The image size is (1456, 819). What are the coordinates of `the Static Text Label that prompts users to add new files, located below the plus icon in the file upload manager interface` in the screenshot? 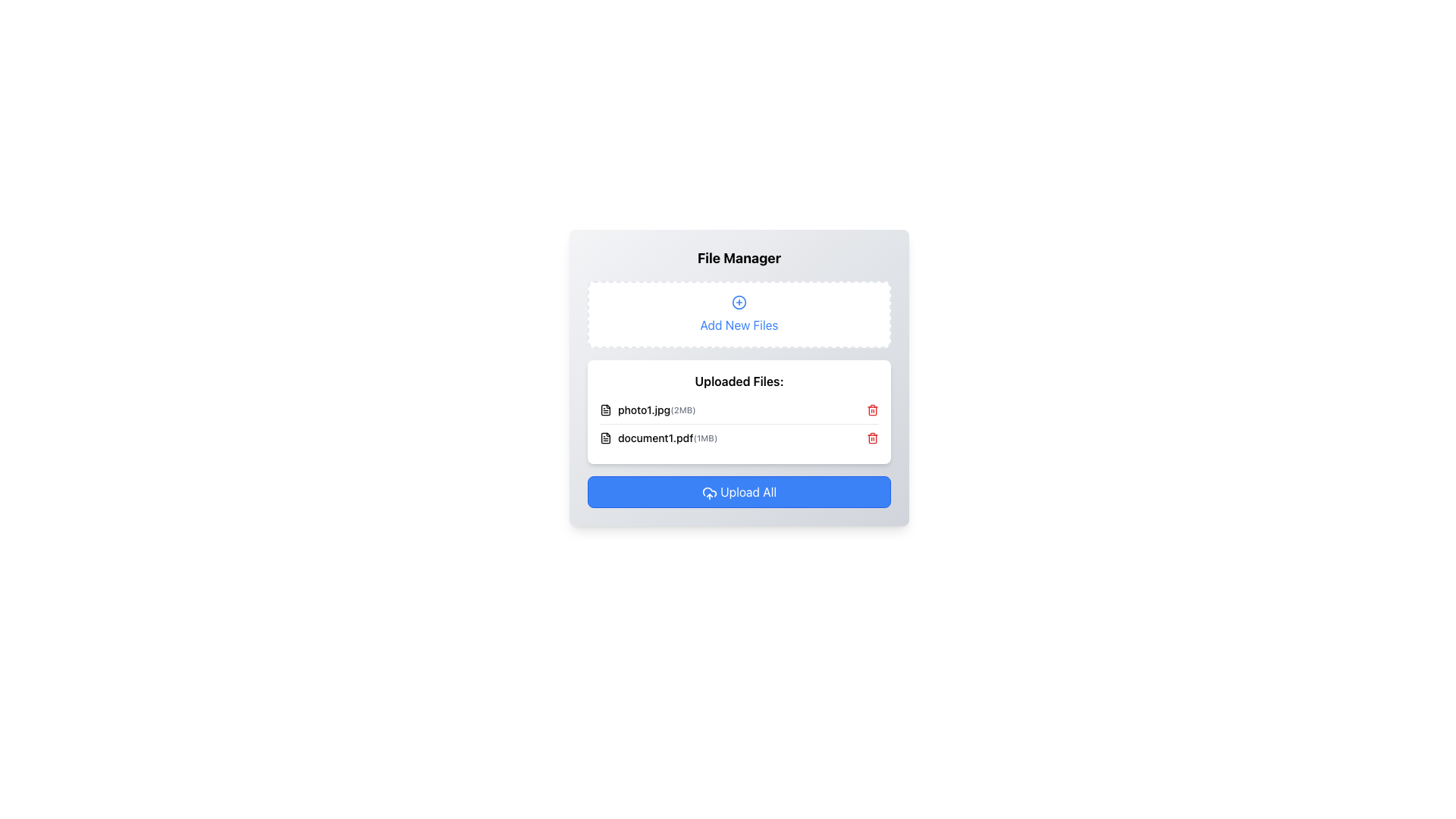 It's located at (739, 324).